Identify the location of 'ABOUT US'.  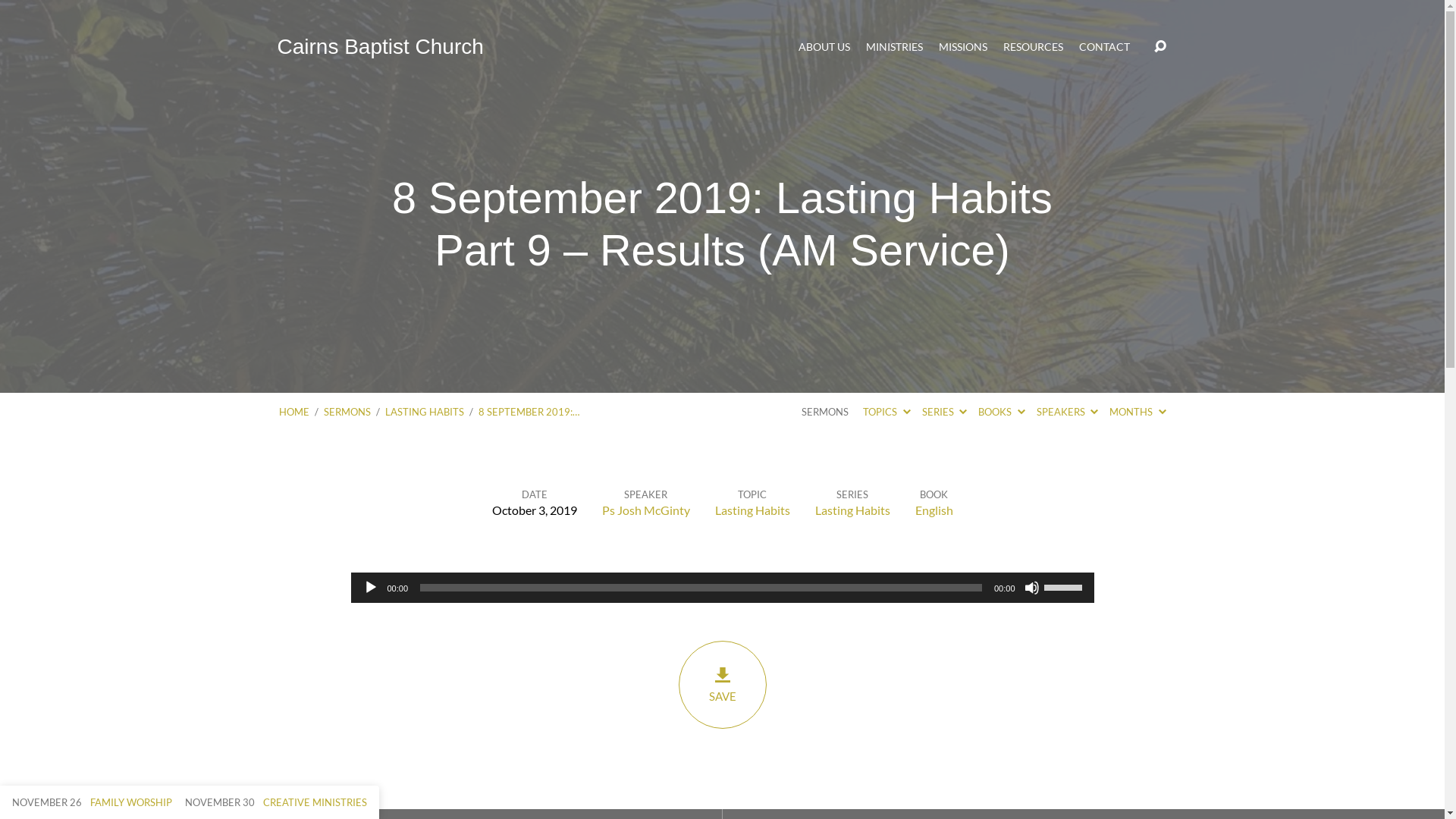
(797, 45).